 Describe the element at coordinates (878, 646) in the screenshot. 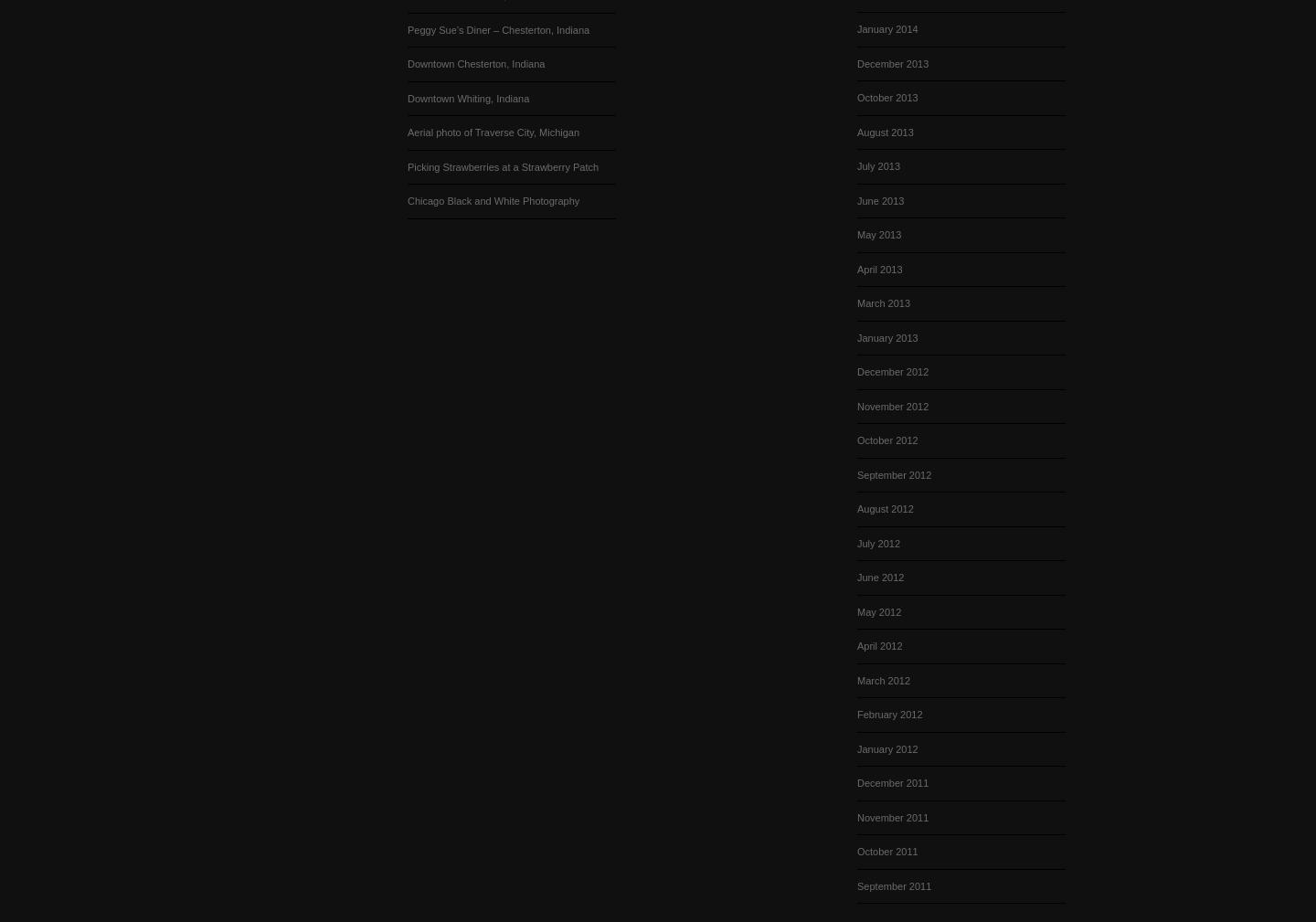

I see `'April 2012'` at that location.